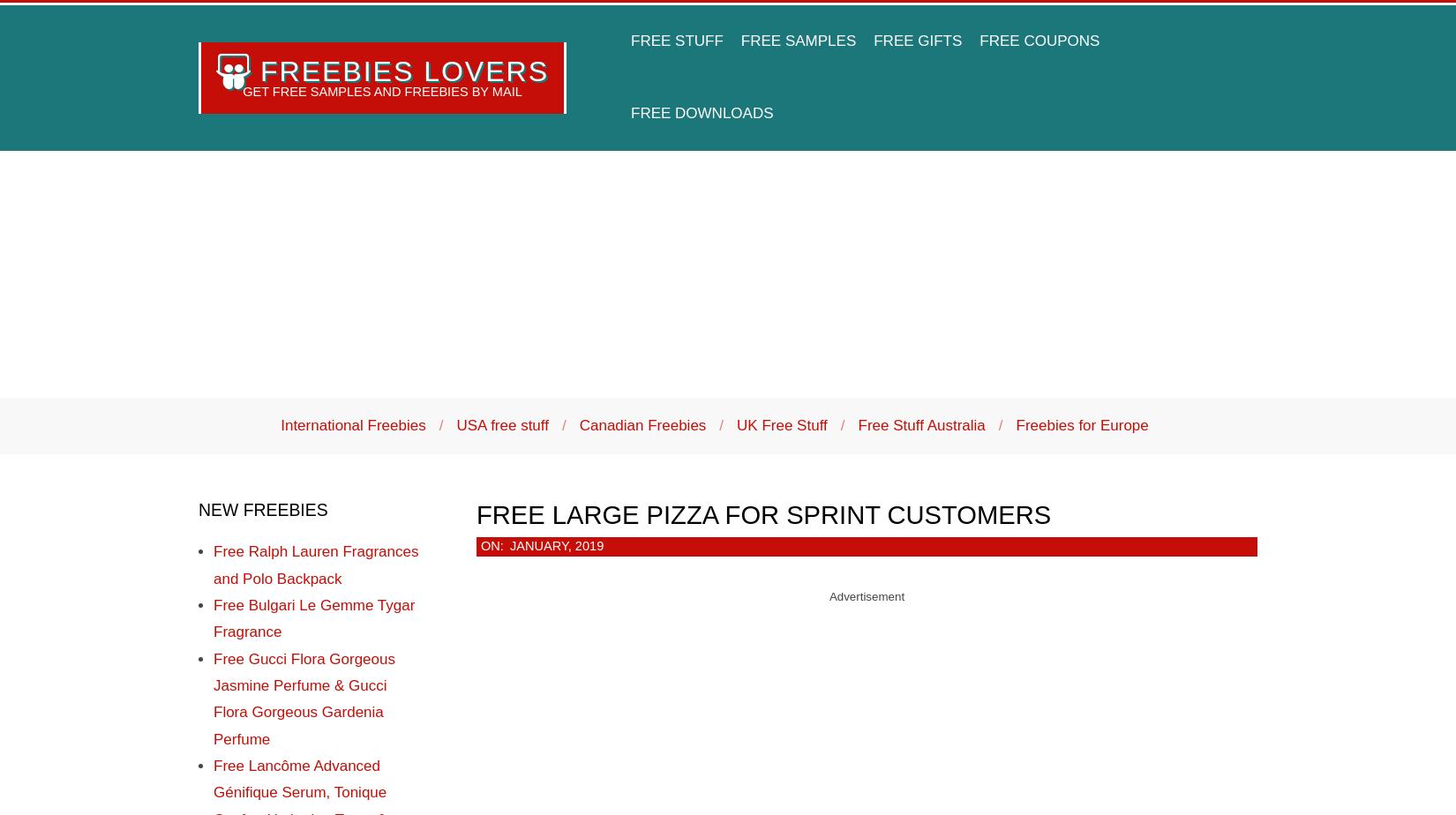 The image size is (1456, 815). Describe the element at coordinates (920, 424) in the screenshot. I see `'Free Stuff Australia'` at that location.